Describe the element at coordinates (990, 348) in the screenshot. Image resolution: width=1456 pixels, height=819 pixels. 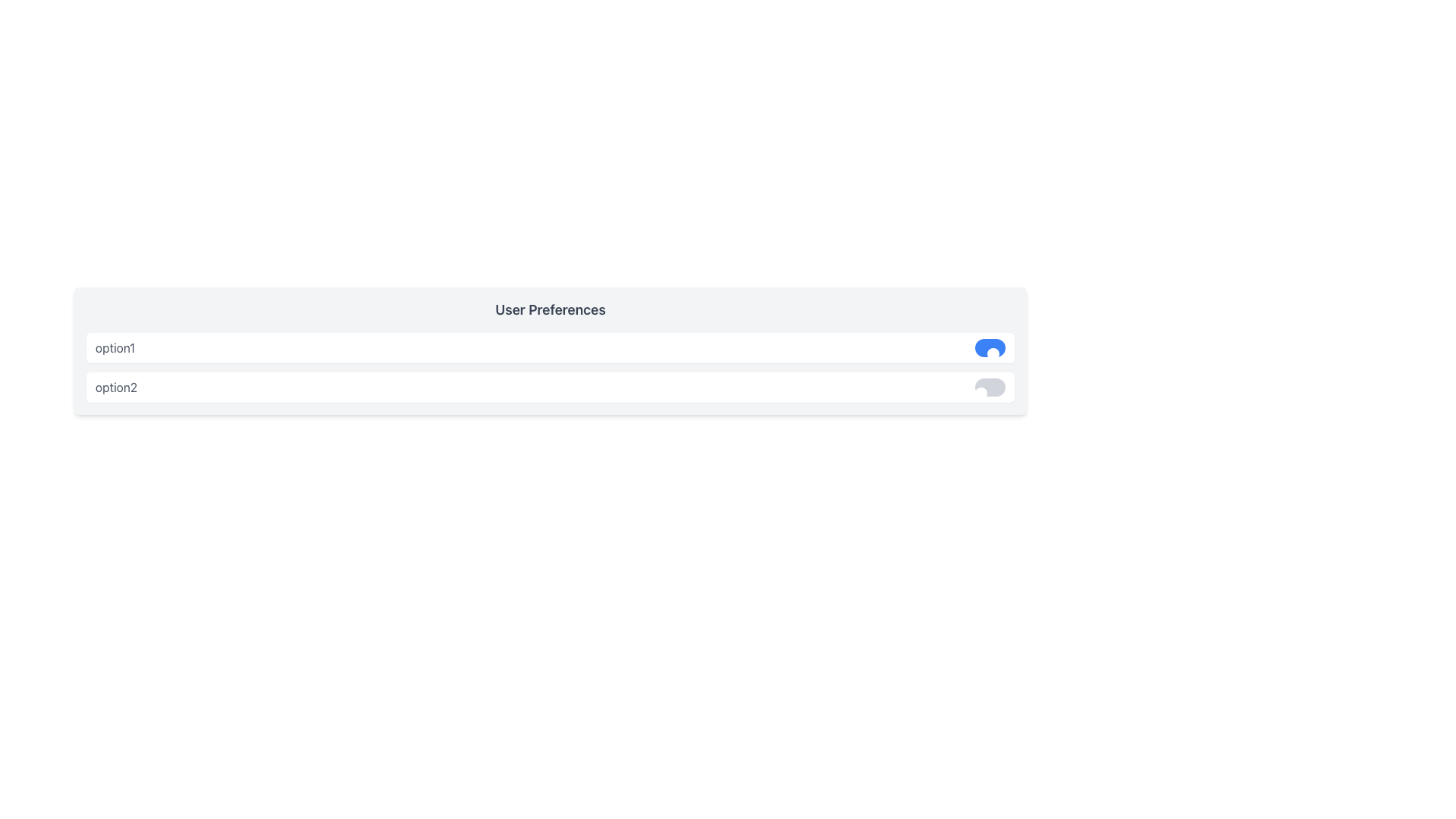
I see `the toggle switch for 'option1' to switch it to the opposite state` at that location.